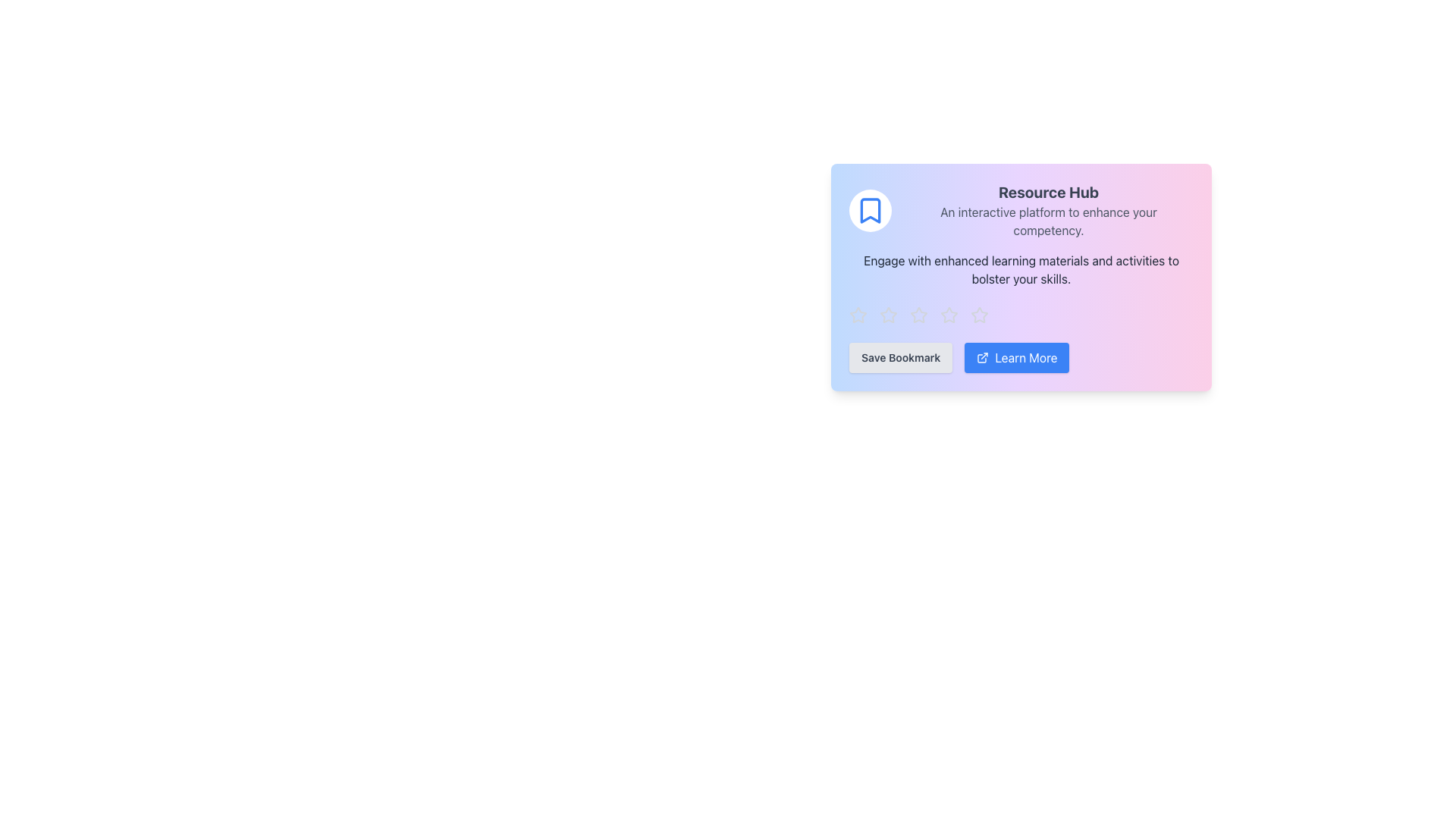  I want to click on the bookmark icon button located at the top-left corner of the 'Resource Hub' card, which represents a feature for saving or marking items, so click(870, 210).